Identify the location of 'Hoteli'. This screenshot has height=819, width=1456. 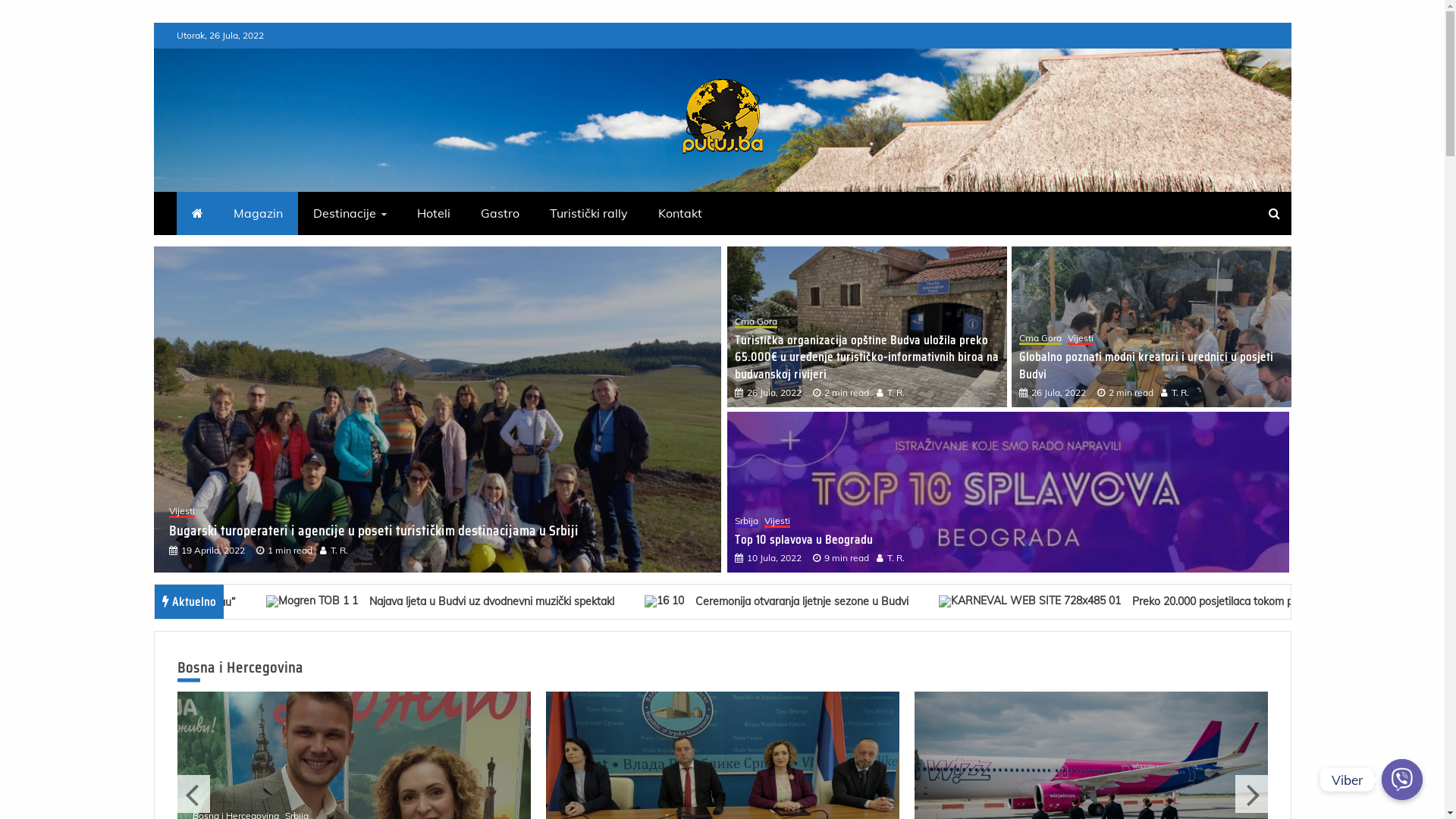
(401, 213).